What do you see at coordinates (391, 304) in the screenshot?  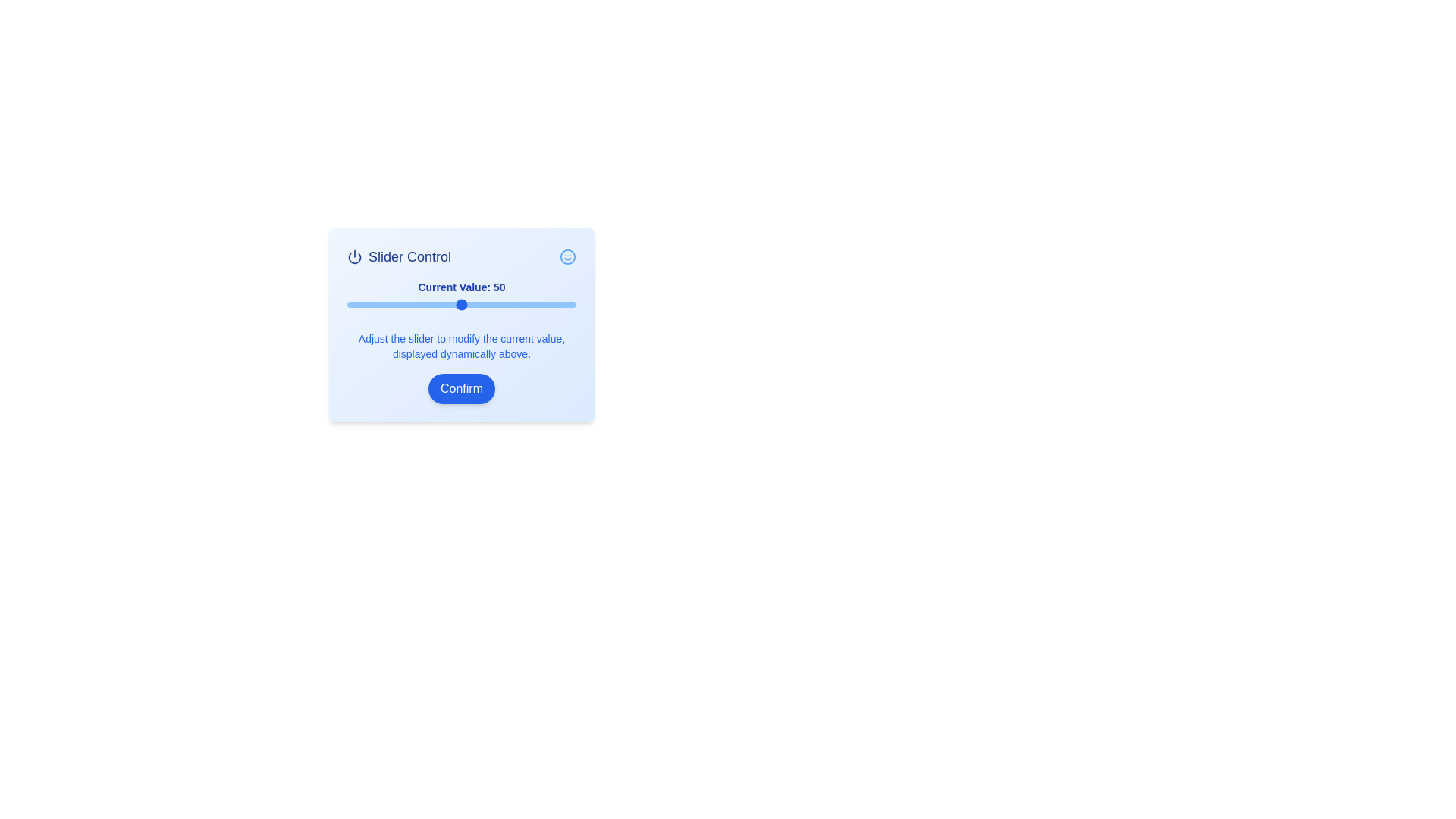 I see `the slider value` at bounding box center [391, 304].